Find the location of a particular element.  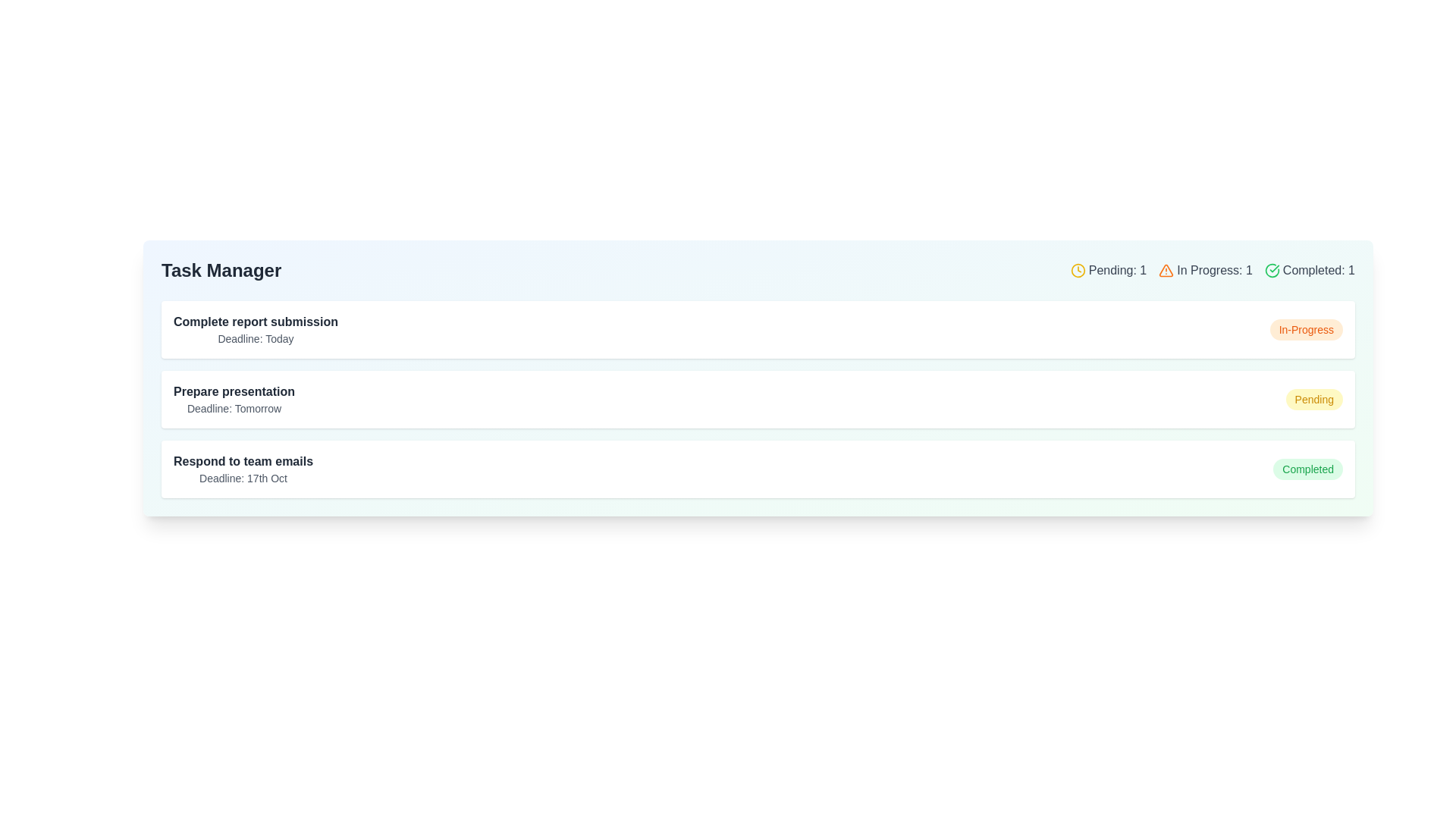

status displayed on the small rounded rectangular label with a soft orange background that reads 'In-Progress', located under the 'Task Manager' section aligned to the right is located at coordinates (1305, 329).